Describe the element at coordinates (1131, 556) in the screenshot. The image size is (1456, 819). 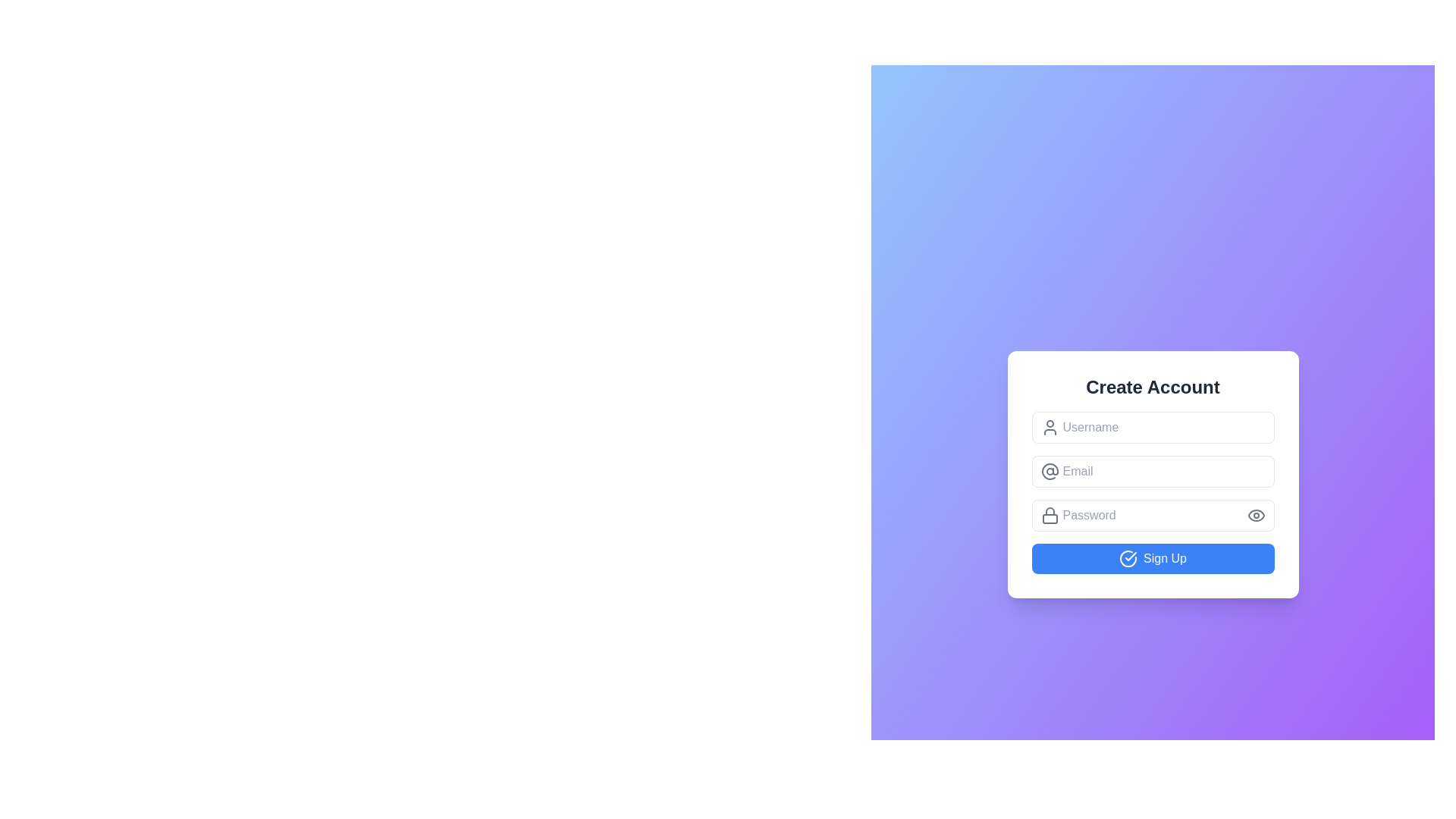
I see `the checkmark icon within the circular 'Sign Up' button, which is positioned towards the left inside the button` at that location.